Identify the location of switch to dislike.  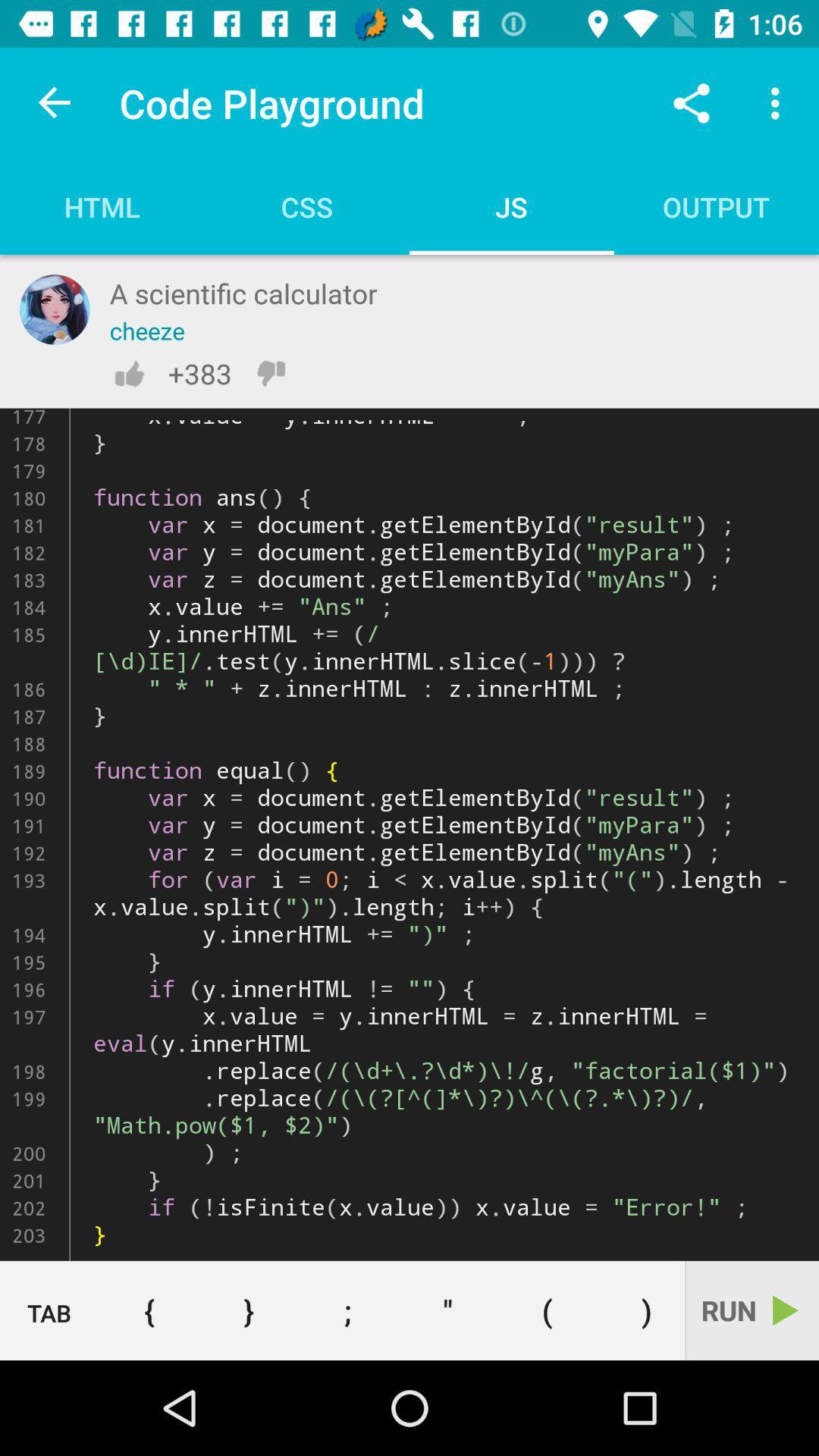
(270, 373).